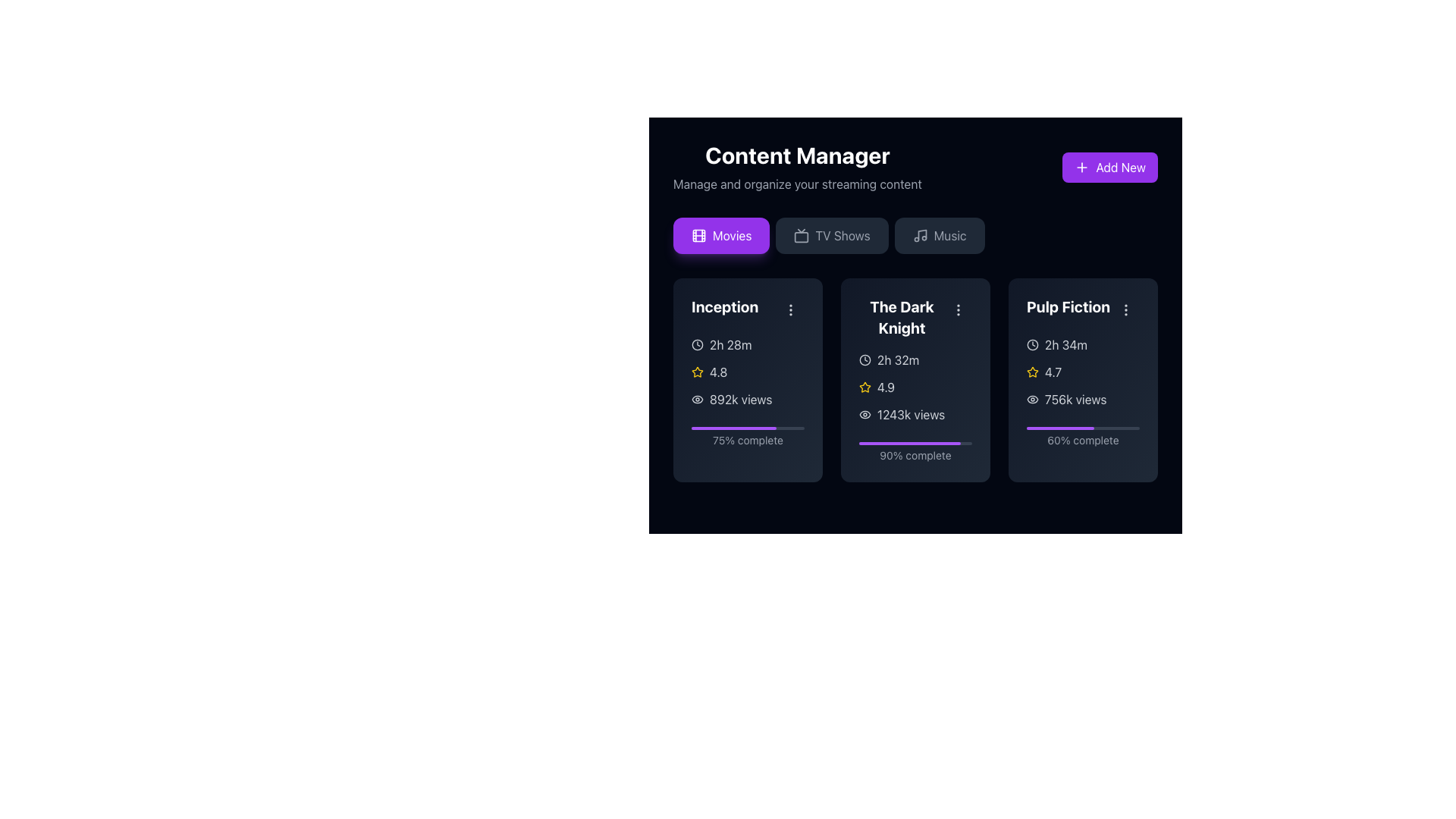 Image resolution: width=1456 pixels, height=819 pixels. Describe the element at coordinates (1032, 345) in the screenshot. I see `the clock icon indicating the duration of the movie 'Pulp Fiction', which is positioned before the text '2h 34m' in the third card of the interface layout` at that location.